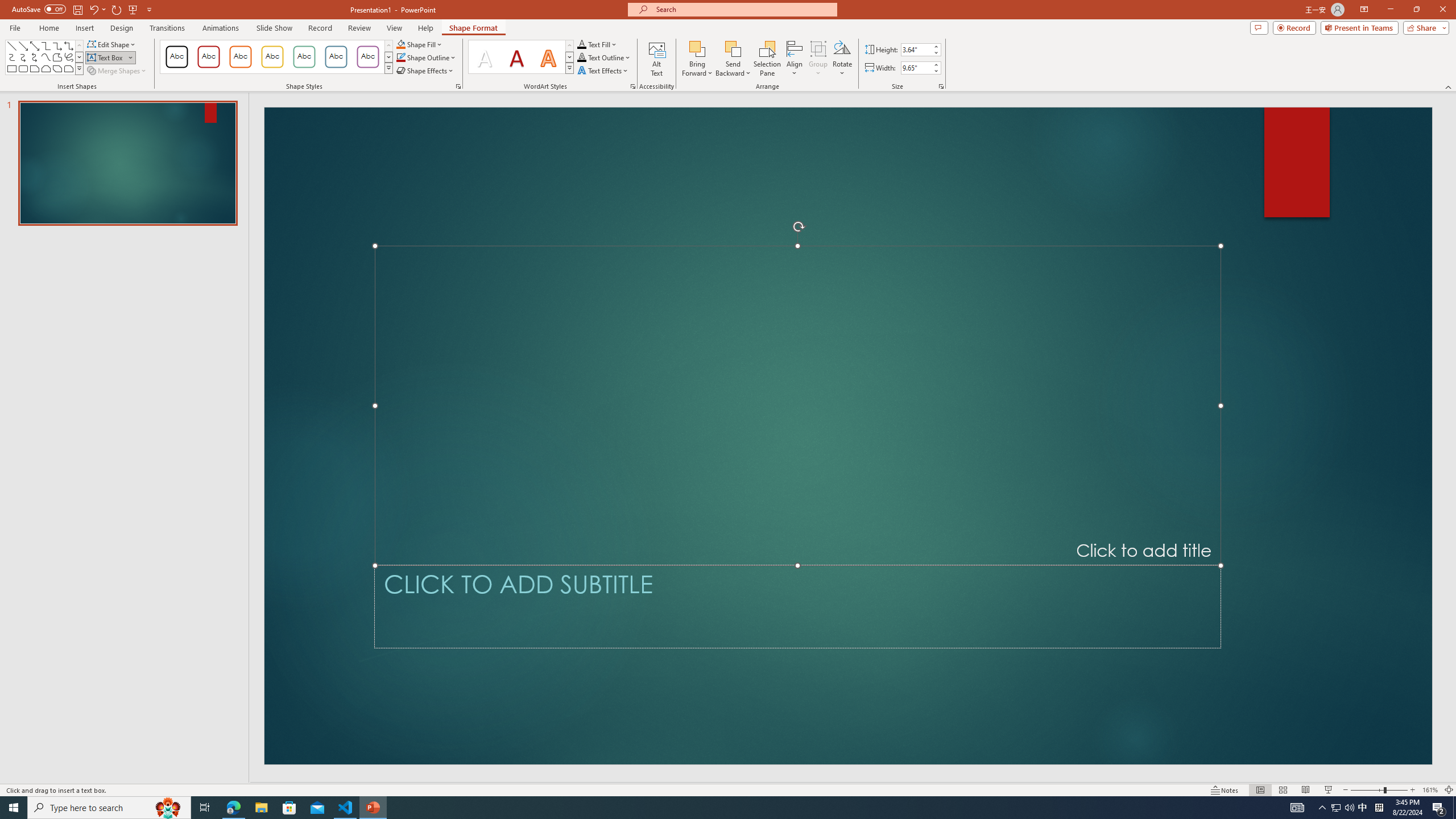 Image resolution: width=1456 pixels, height=819 pixels. Describe the element at coordinates (733, 59) in the screenshot. I see `'Send Backward'` at that location.